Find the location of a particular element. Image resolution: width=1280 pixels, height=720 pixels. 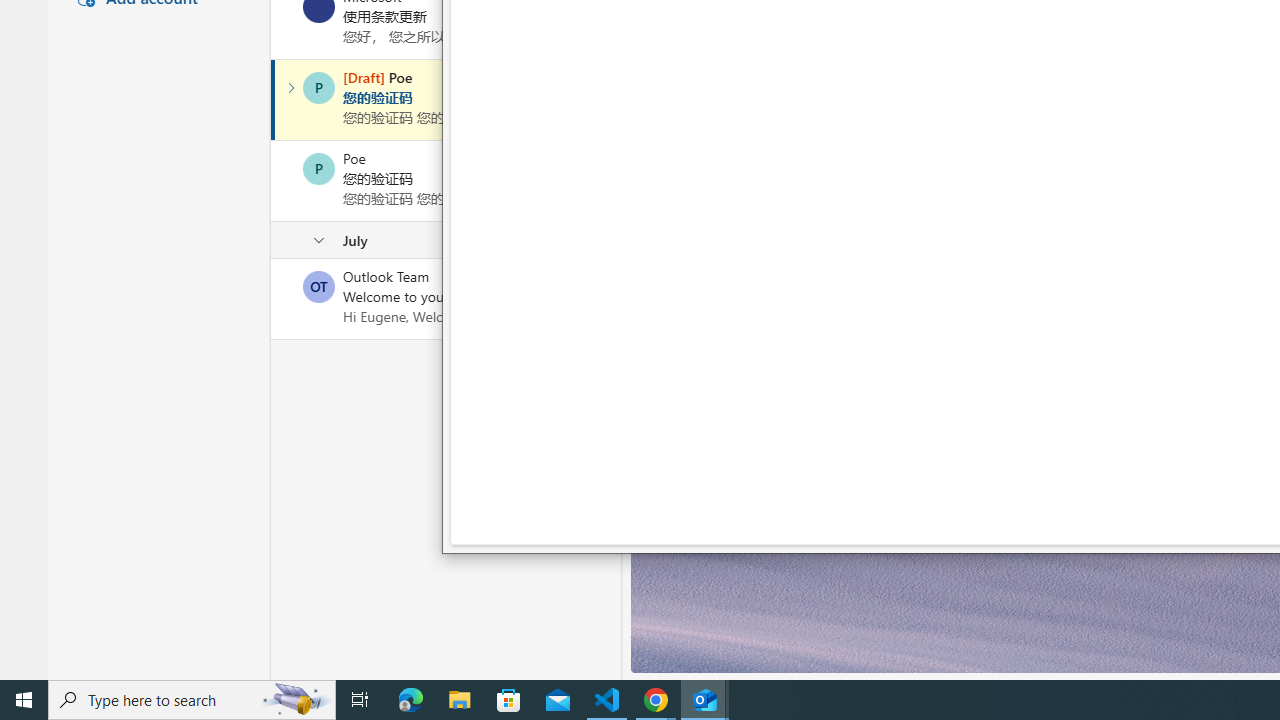

'Expand conversation' is located at coordinates (290, 87).